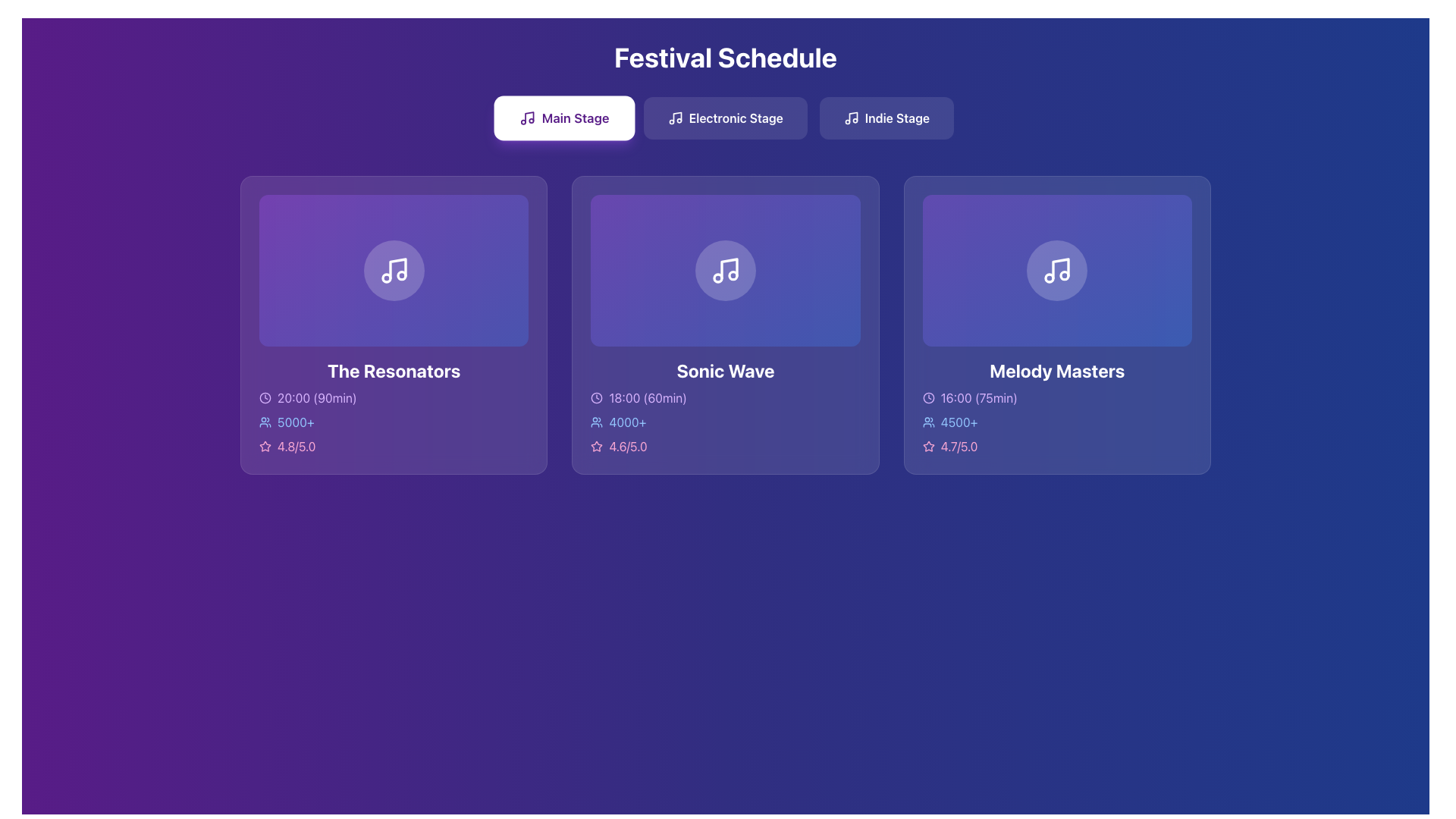  Describe the element at coordinates (648, 397) in the screenshot. I see `text element conveying the start time and duration of the event located centrally under the 'Sonic Wave' heading, aligned with the clock icon` at that location.